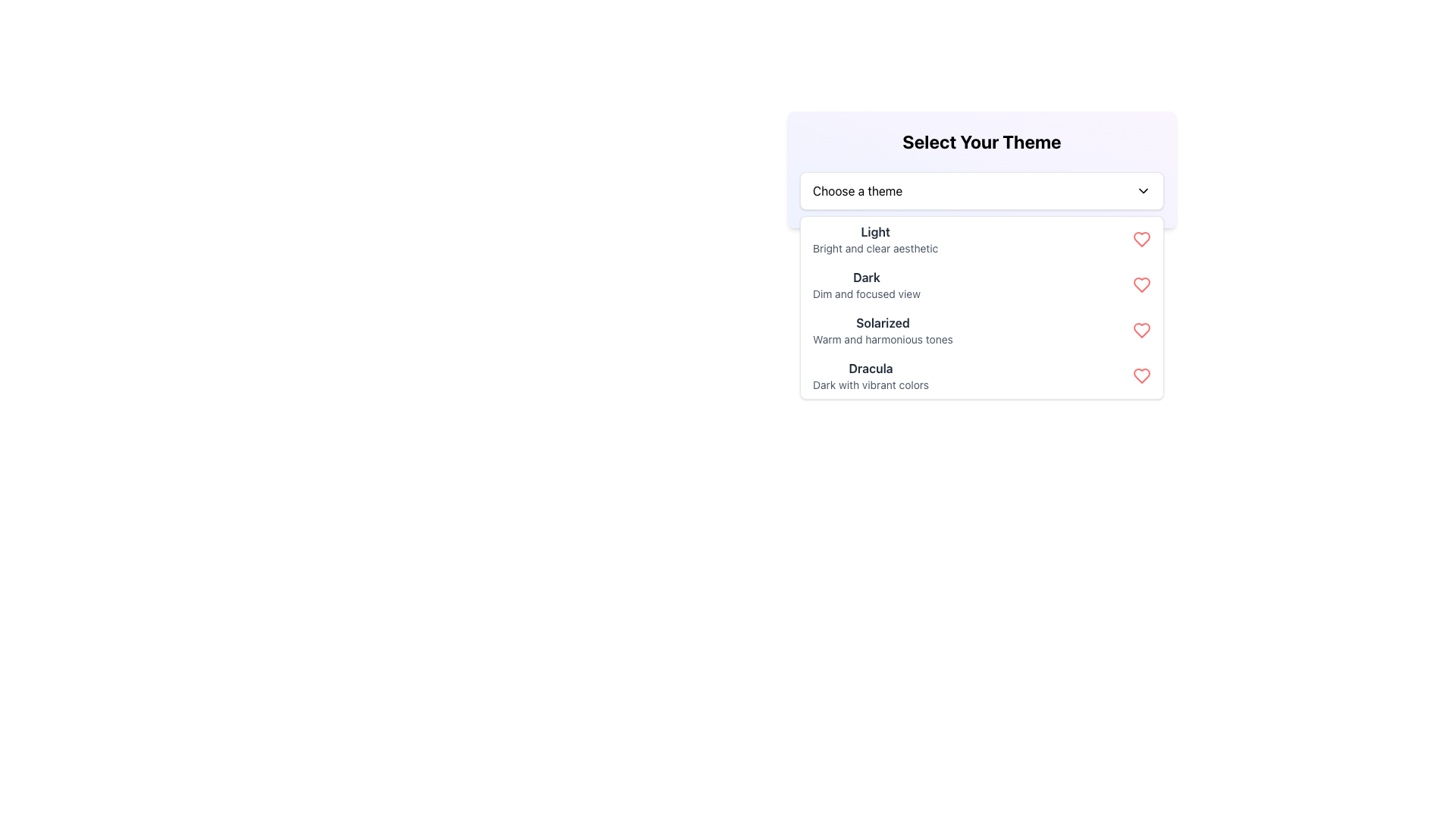  Describe the element at coordinates (1142, 329) in the screenshot. I see `the heart icon in the dropdown menu under the 'Select Your Theme' section, which indicates functionality related to favorites and is aligned to the right of the 'Dark' option` at that location.